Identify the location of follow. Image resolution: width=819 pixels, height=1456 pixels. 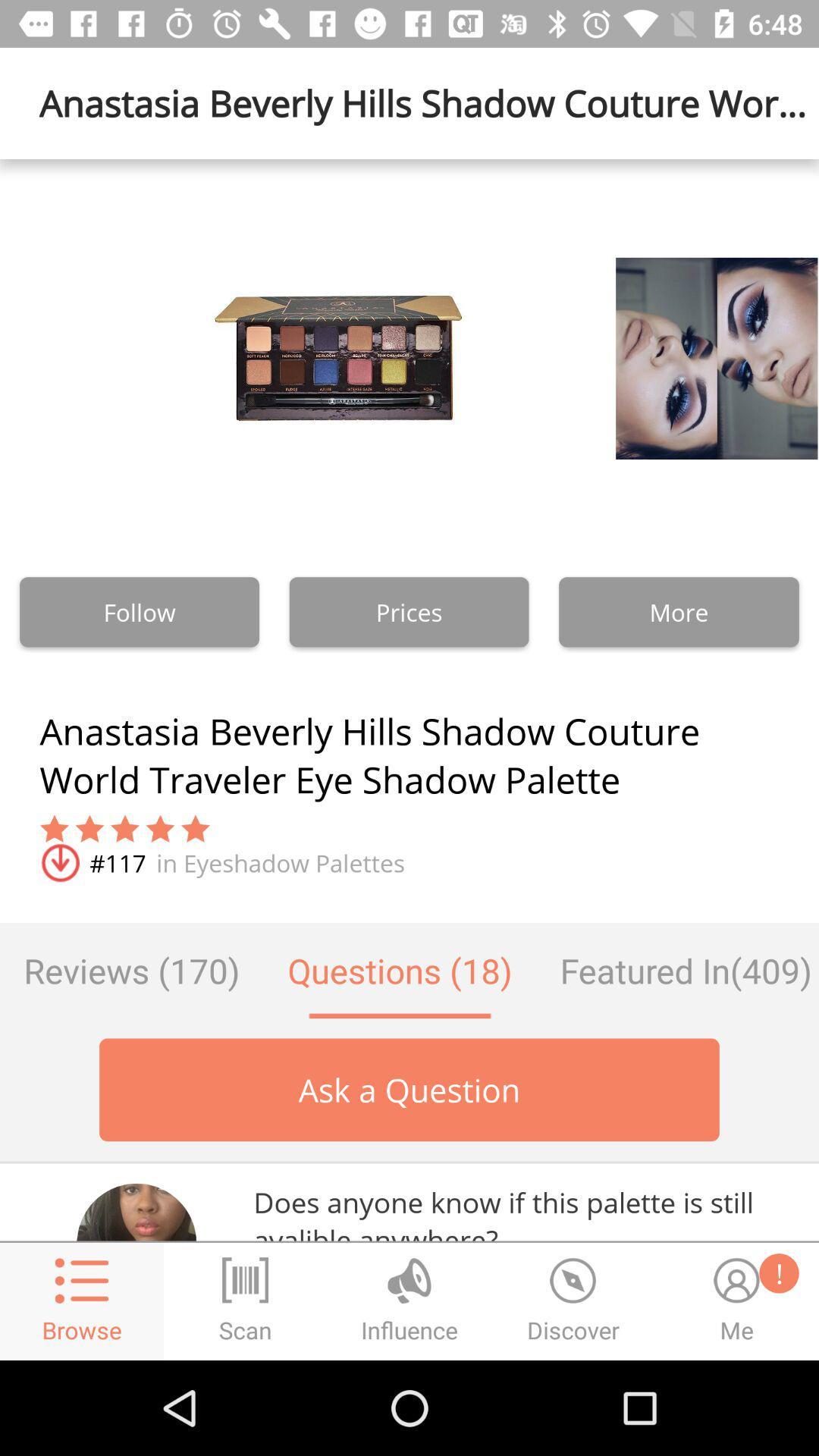
(140, 612).